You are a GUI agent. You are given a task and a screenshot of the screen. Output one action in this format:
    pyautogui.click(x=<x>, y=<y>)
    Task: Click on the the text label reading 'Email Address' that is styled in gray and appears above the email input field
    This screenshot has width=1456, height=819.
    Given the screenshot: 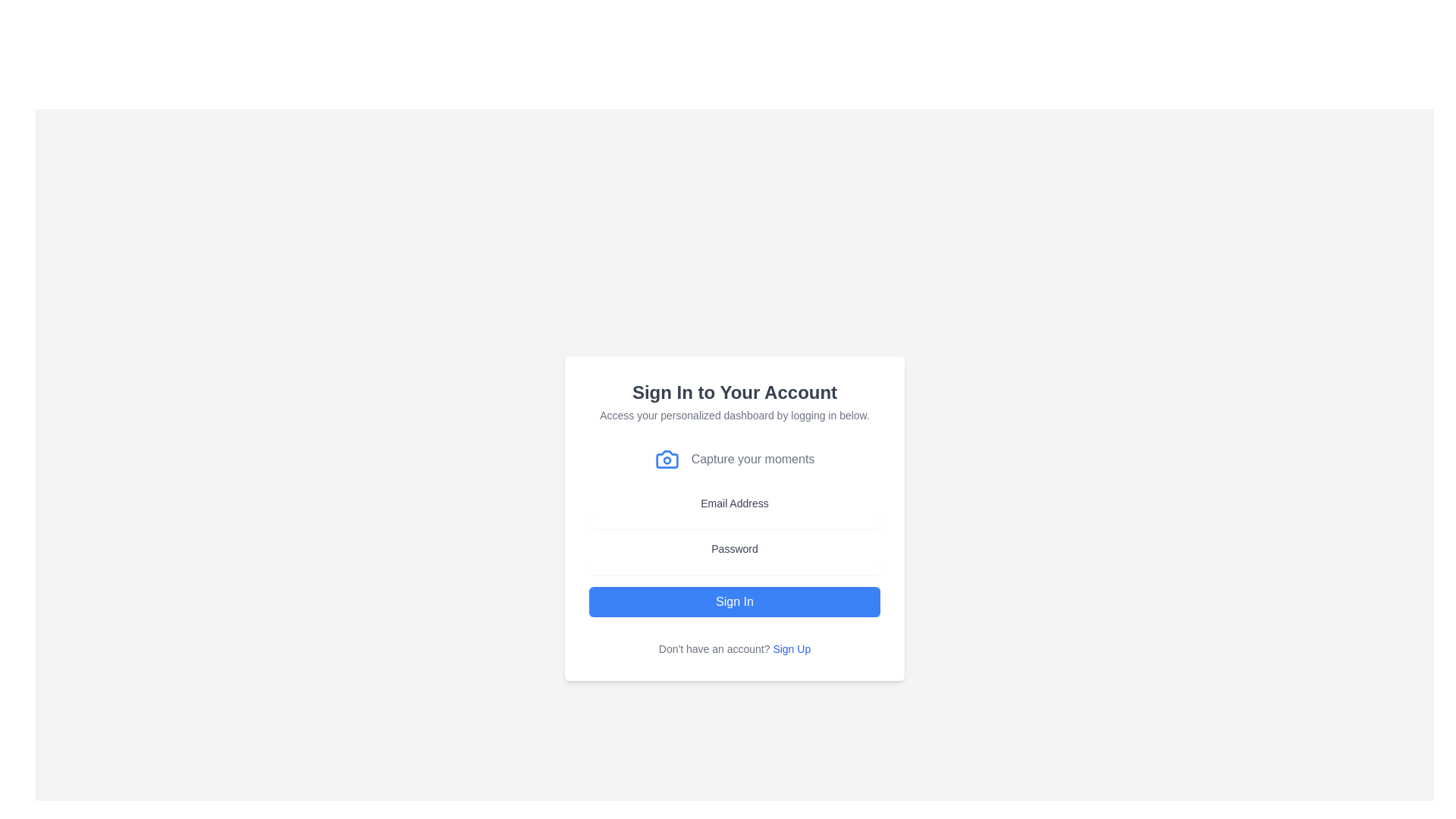 What is the action you would take?
    pyautogui.click(x=735, y=503)
    